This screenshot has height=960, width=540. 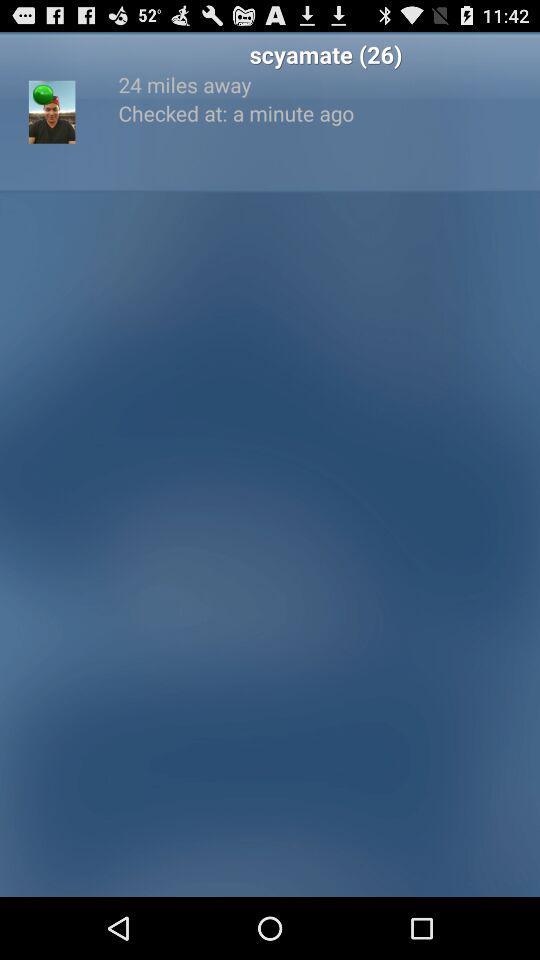 I want to click on the checked at a item, so click(x=325, y=112).